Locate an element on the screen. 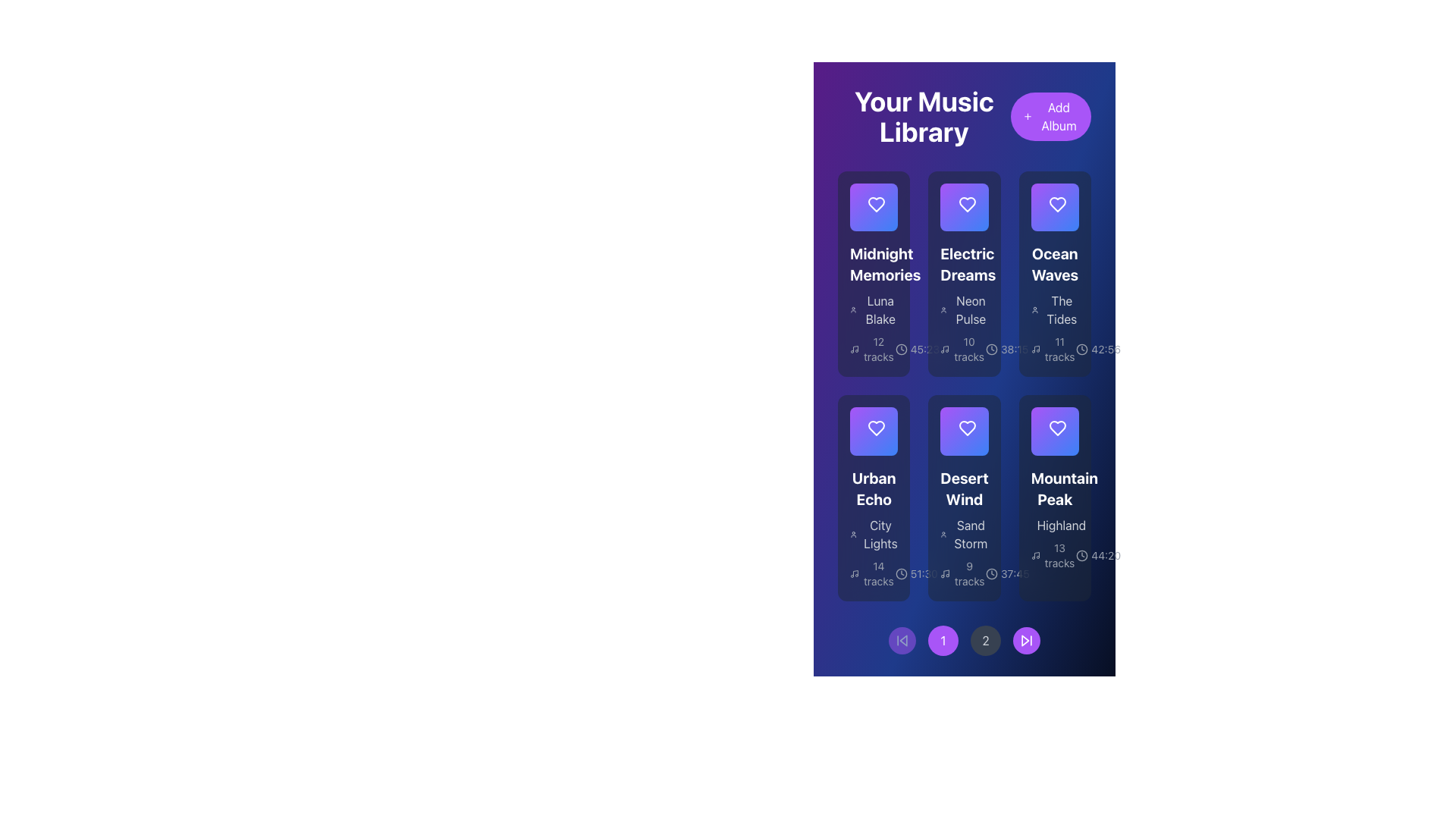 The width and height of the screenshot is (1456, 819). the heart-shaped icon with a purple outline located in the topmost card labeled 'Midnight Memories' to mark it as a favorite is located at coordinates (877, 205).